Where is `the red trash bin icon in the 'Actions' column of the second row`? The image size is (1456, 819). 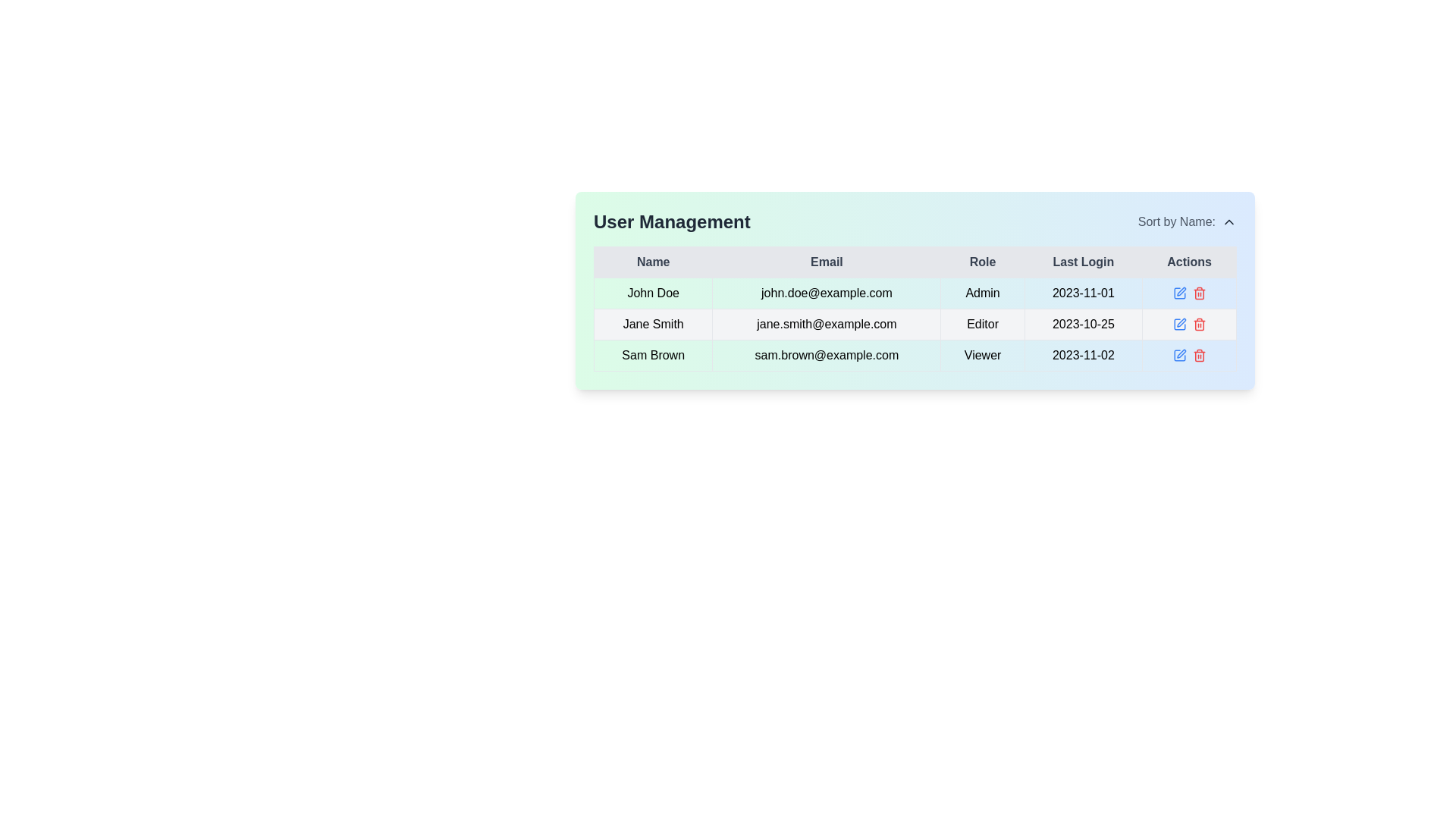 the red trash bin icon in the 'Actions' column of the second row is located at coordinates (1198, 324).